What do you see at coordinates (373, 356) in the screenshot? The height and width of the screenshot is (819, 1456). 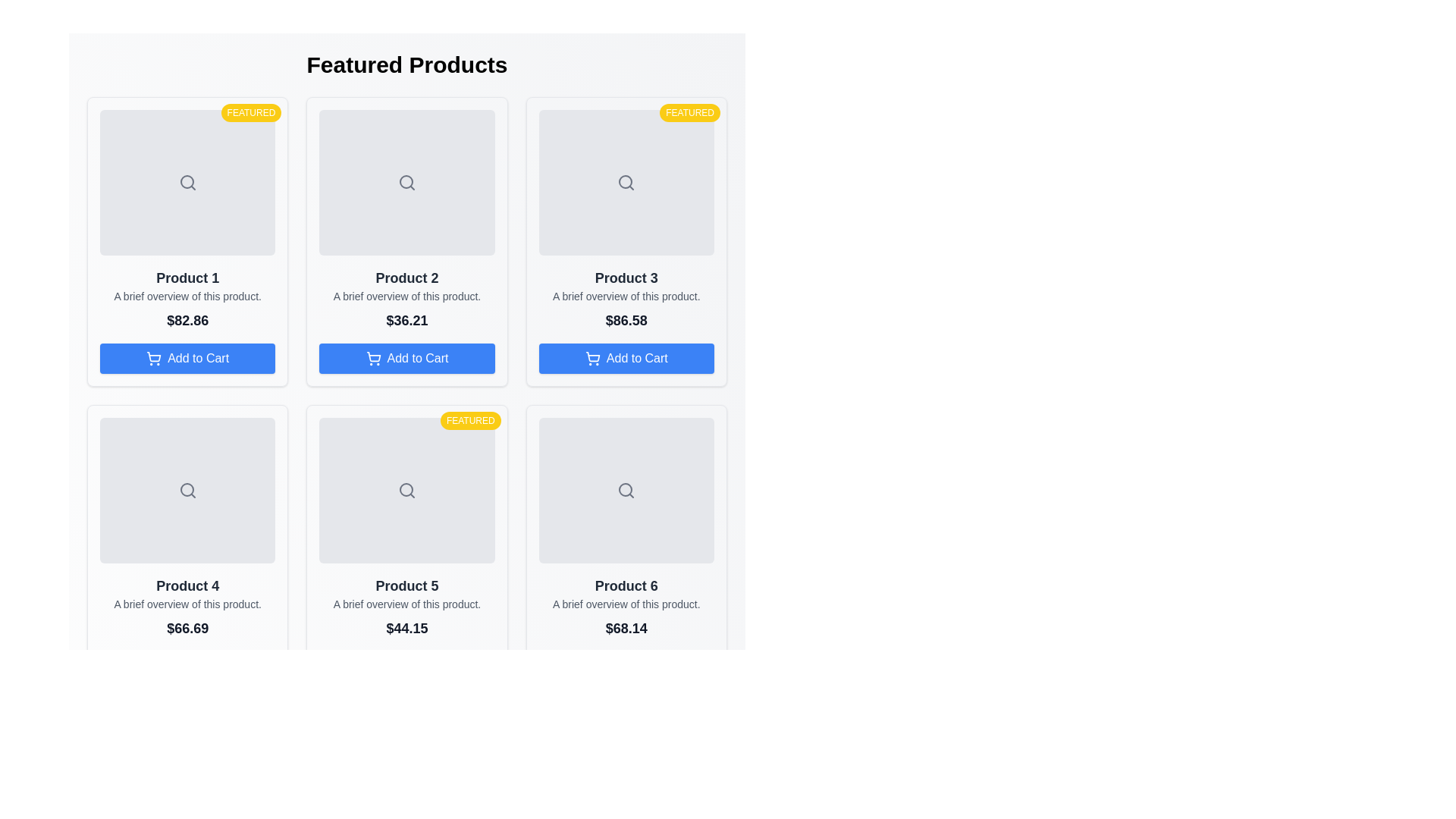 I see `the icon` at bounding box center [373, 356].